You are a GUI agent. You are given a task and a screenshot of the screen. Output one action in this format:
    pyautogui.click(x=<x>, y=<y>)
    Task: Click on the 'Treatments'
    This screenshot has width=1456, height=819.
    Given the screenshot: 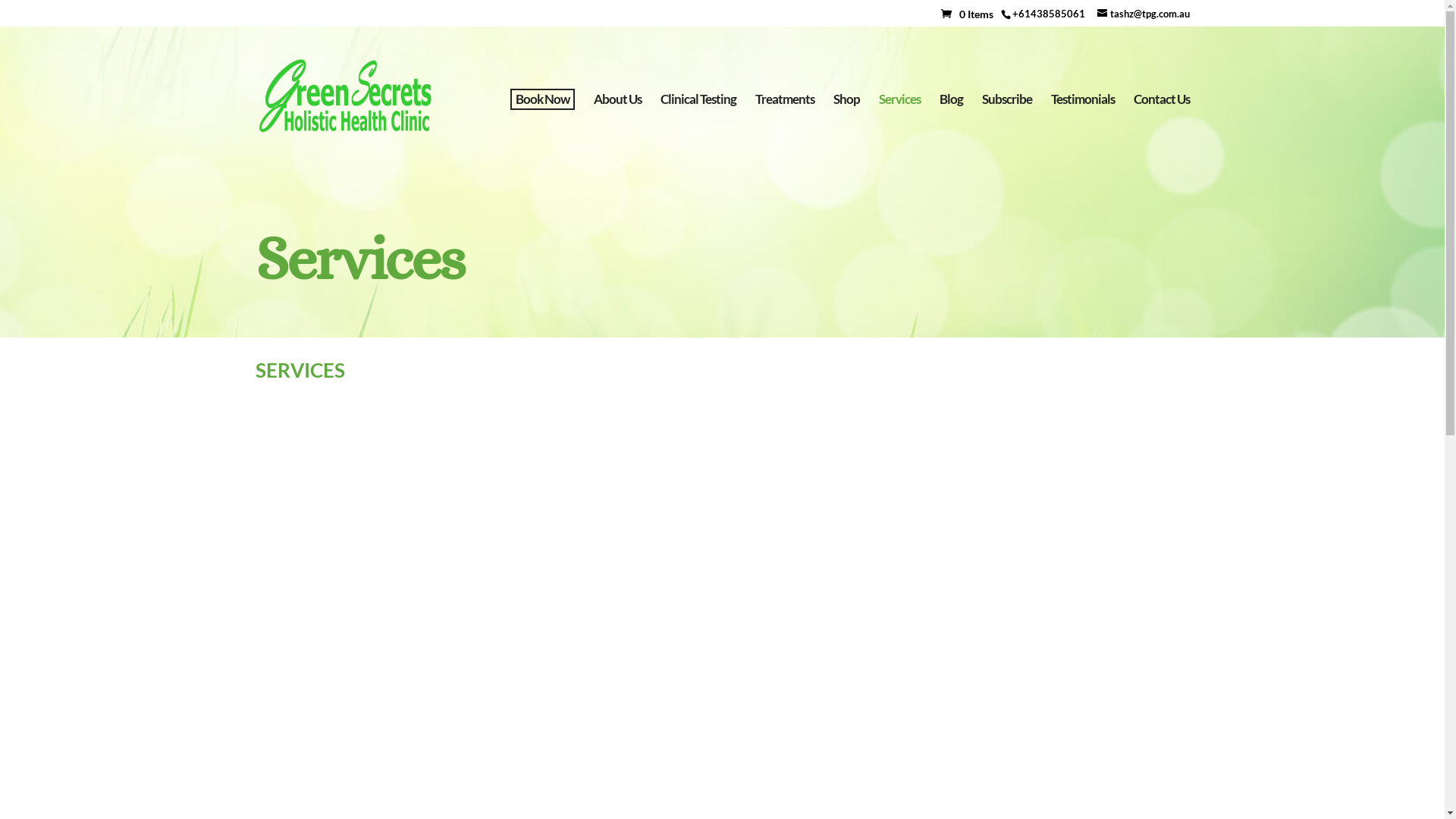 What is the action you would take?
    pyautogui.click(x=785, y=130)
    